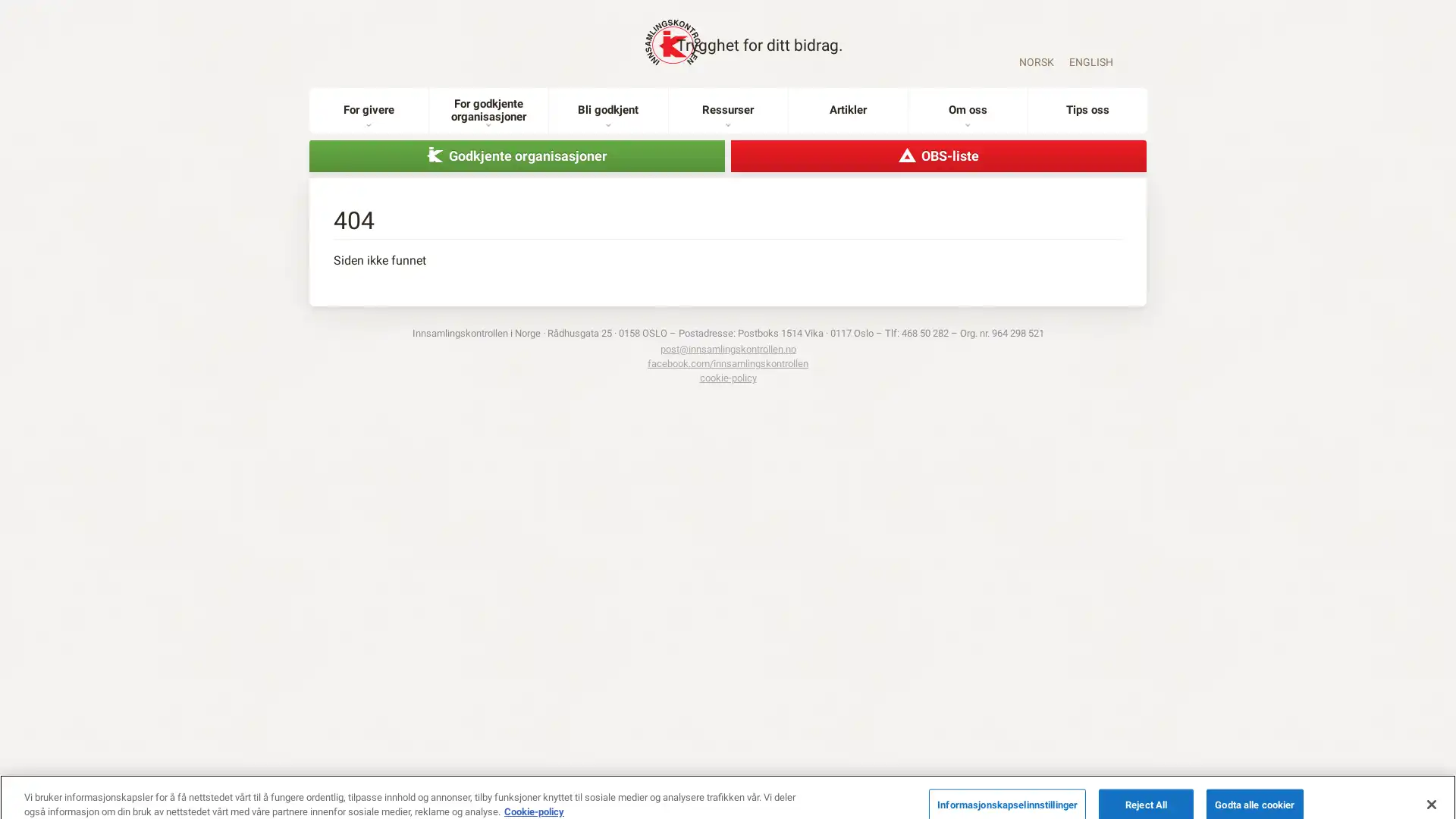 The image size is (1456, 819). I want to click on Lukk, so click(1430, 785).